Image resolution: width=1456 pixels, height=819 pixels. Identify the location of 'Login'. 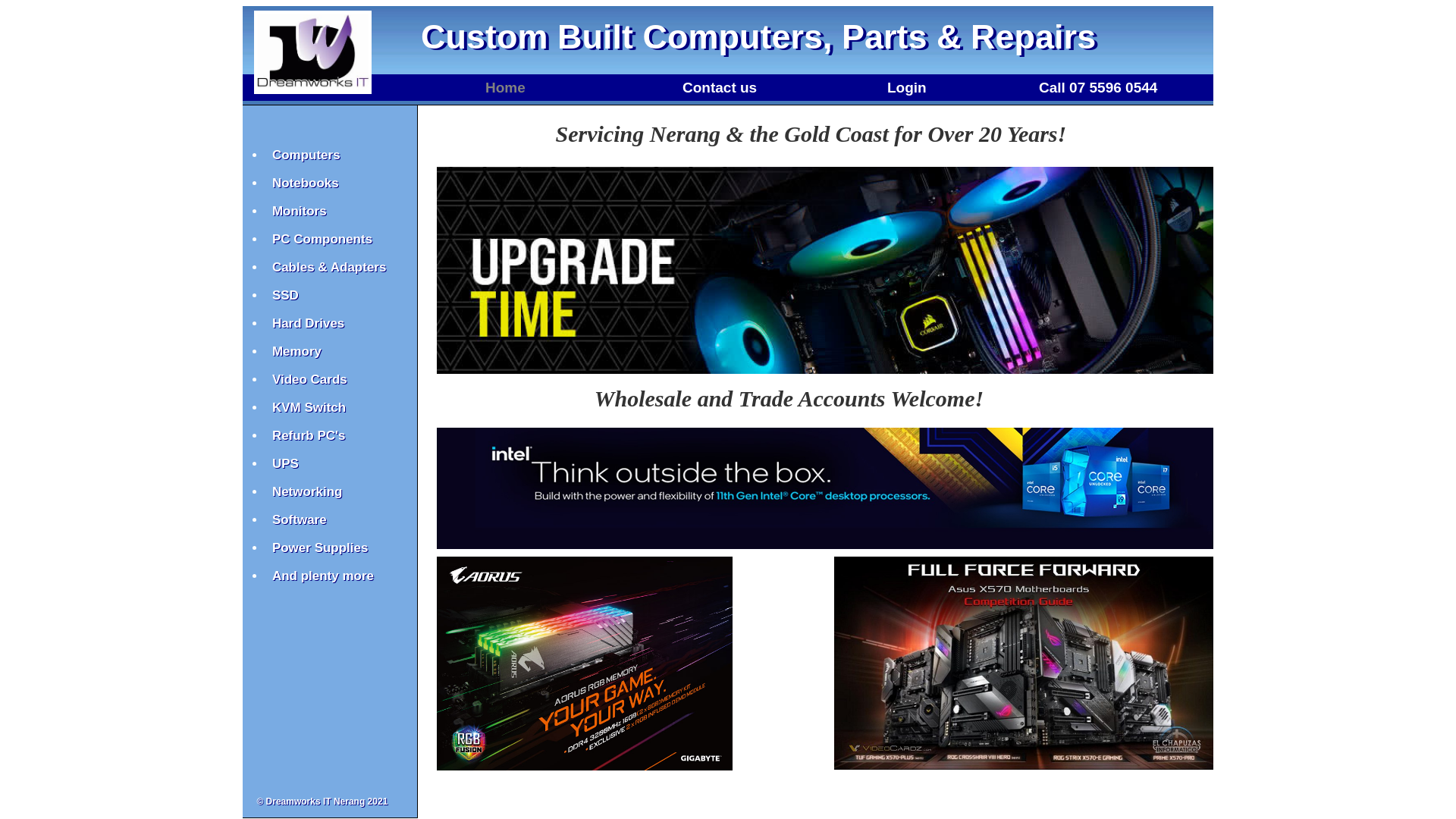
(906, 87).